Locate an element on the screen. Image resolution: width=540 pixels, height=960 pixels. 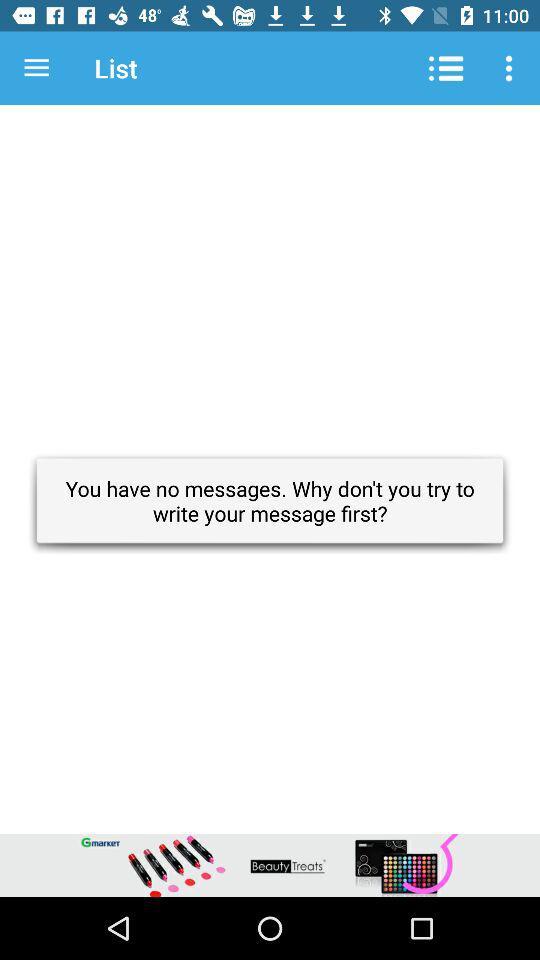
the you have no is located at coordinates (270, 500).